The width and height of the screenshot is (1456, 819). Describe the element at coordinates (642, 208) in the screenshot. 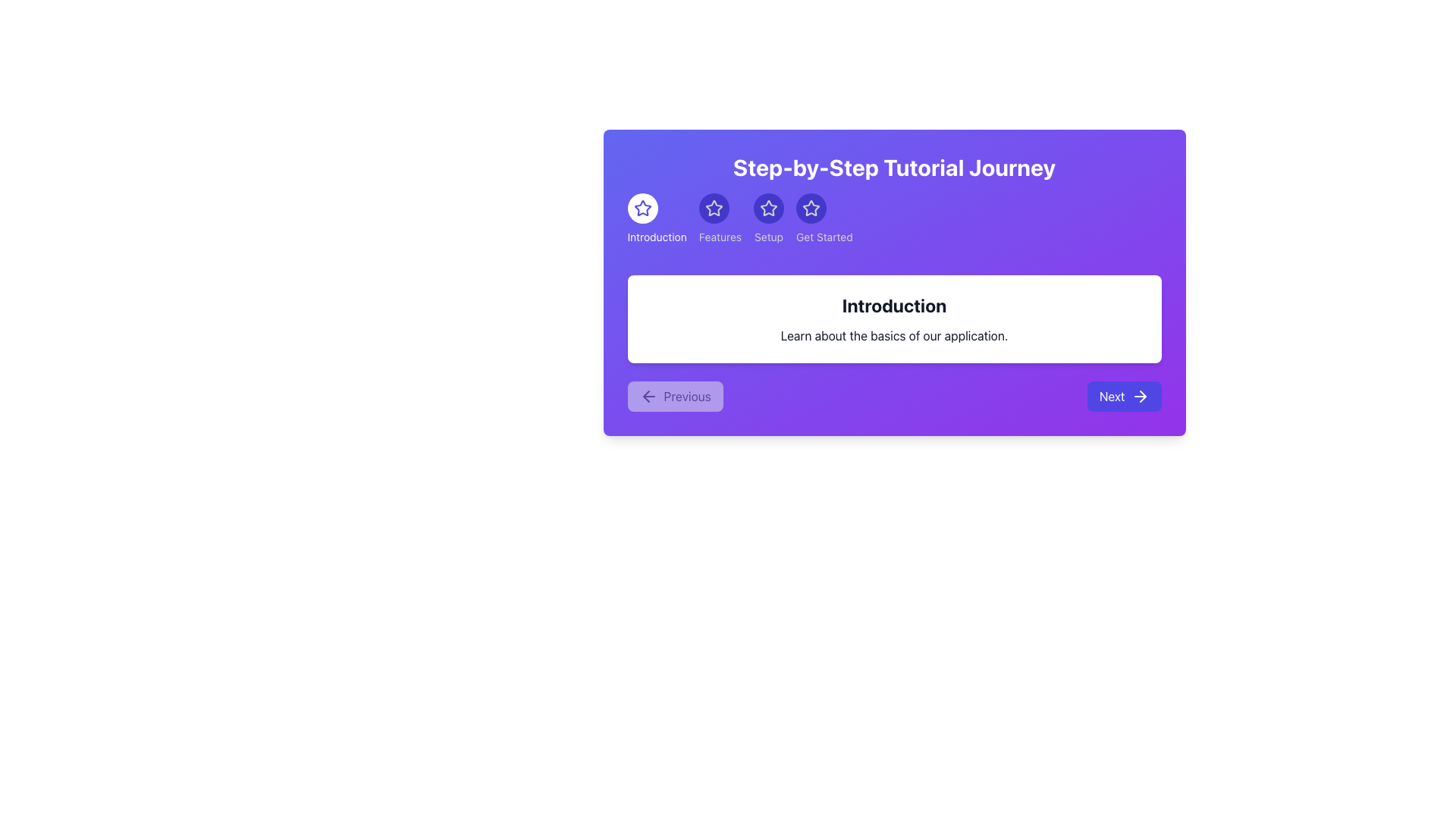

I see `the 'Introduction' navigation button located in the top section of the interface` at that location.